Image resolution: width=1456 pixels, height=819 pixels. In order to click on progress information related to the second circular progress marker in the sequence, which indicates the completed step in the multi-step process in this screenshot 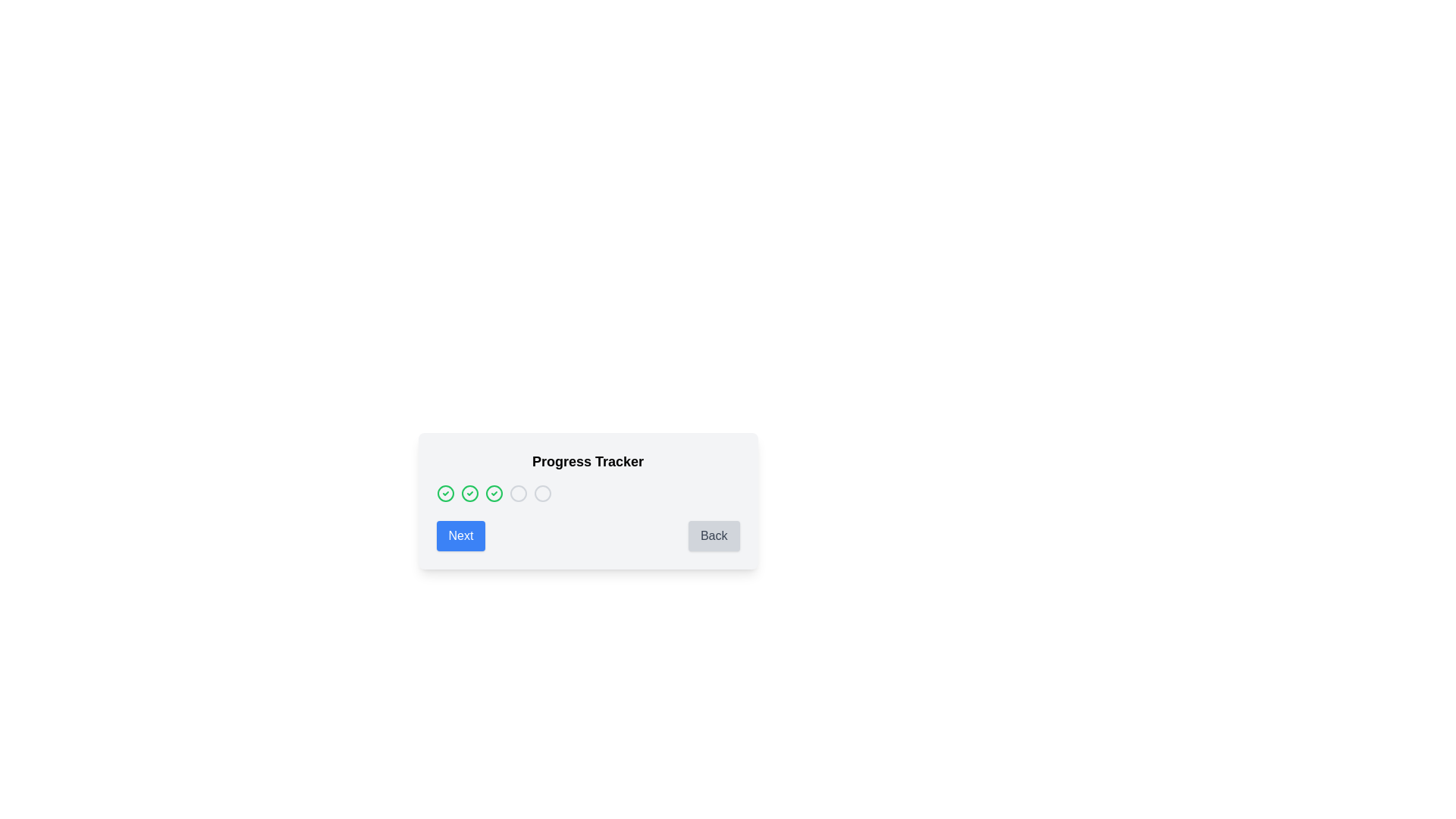, I will do `click(494, 494)`.